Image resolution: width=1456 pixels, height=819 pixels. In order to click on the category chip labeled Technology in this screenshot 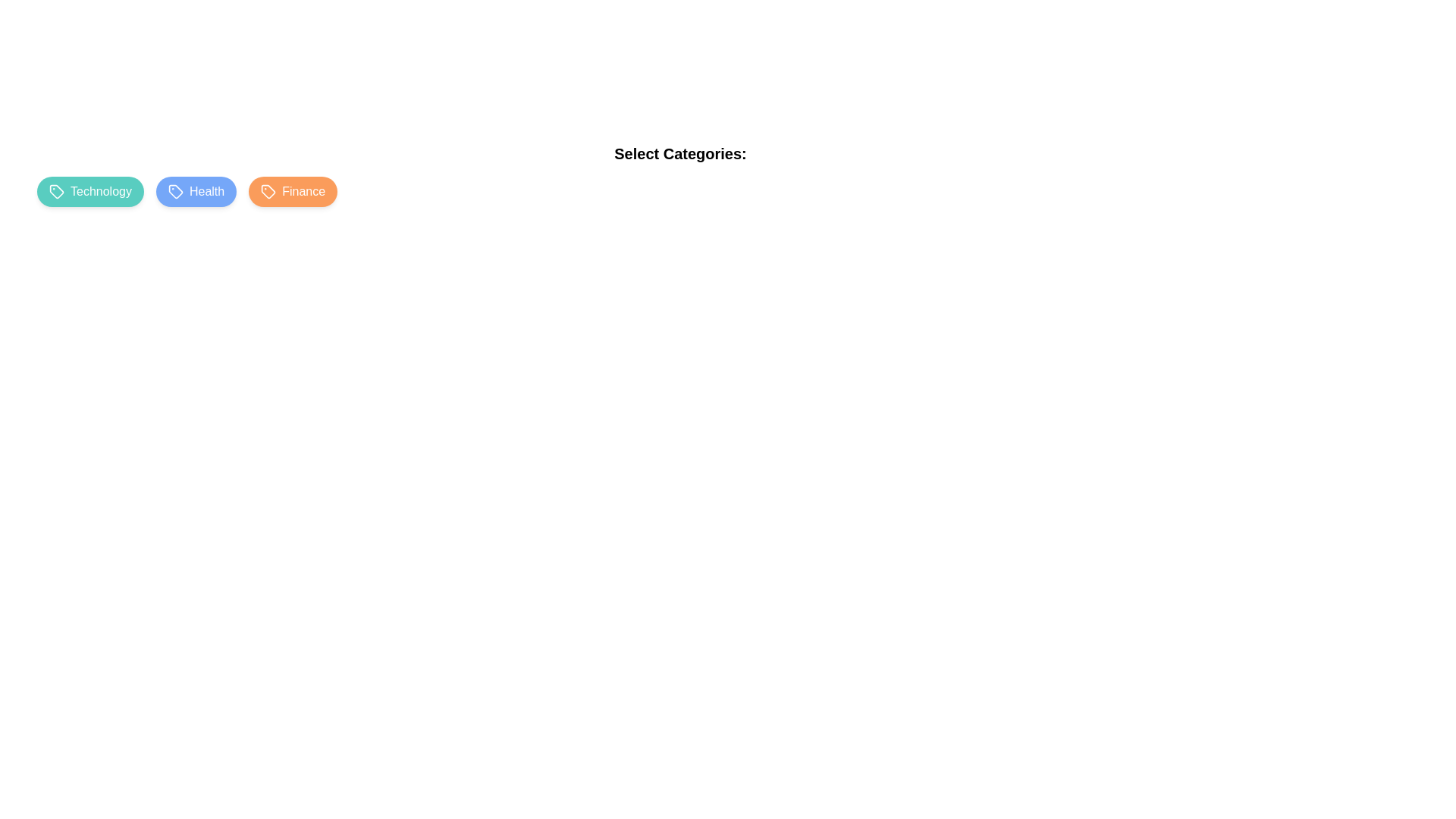, I will do `click(89, 191)`.